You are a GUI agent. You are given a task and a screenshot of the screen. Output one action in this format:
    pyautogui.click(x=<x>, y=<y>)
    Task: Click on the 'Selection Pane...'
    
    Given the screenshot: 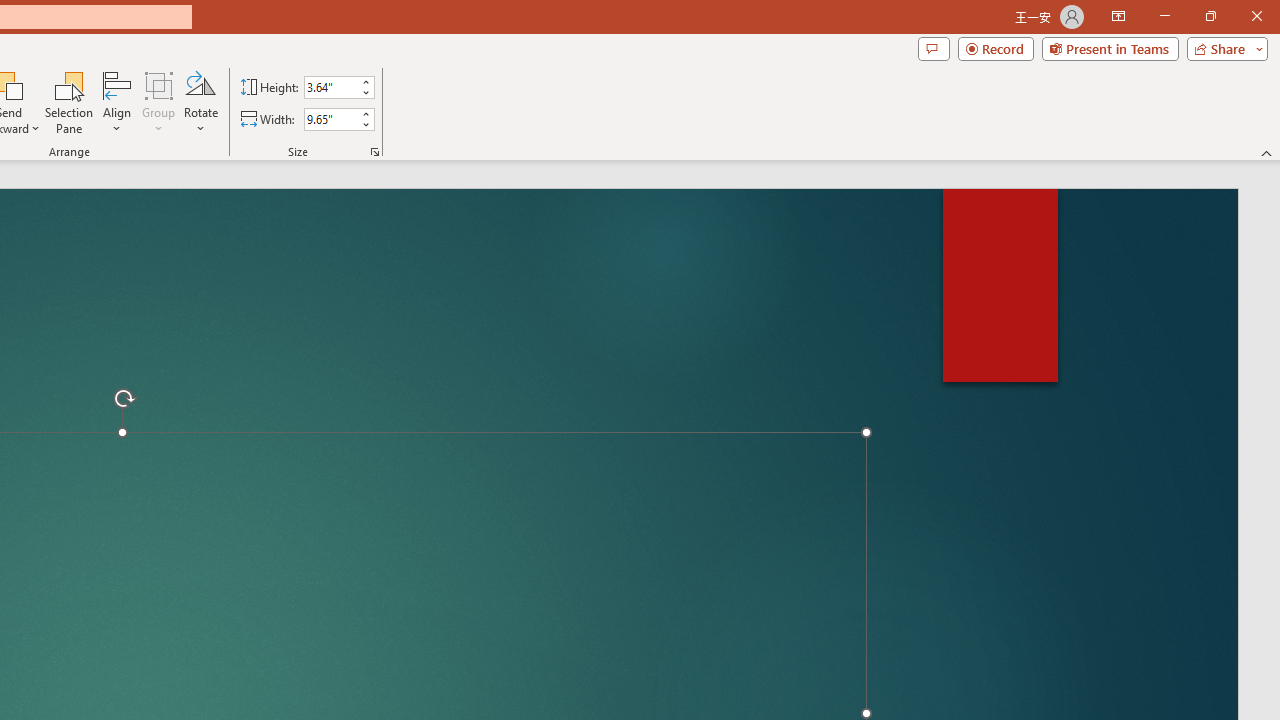 What is the action you would take?
    pyautogui.click(x=69, y=103)
    